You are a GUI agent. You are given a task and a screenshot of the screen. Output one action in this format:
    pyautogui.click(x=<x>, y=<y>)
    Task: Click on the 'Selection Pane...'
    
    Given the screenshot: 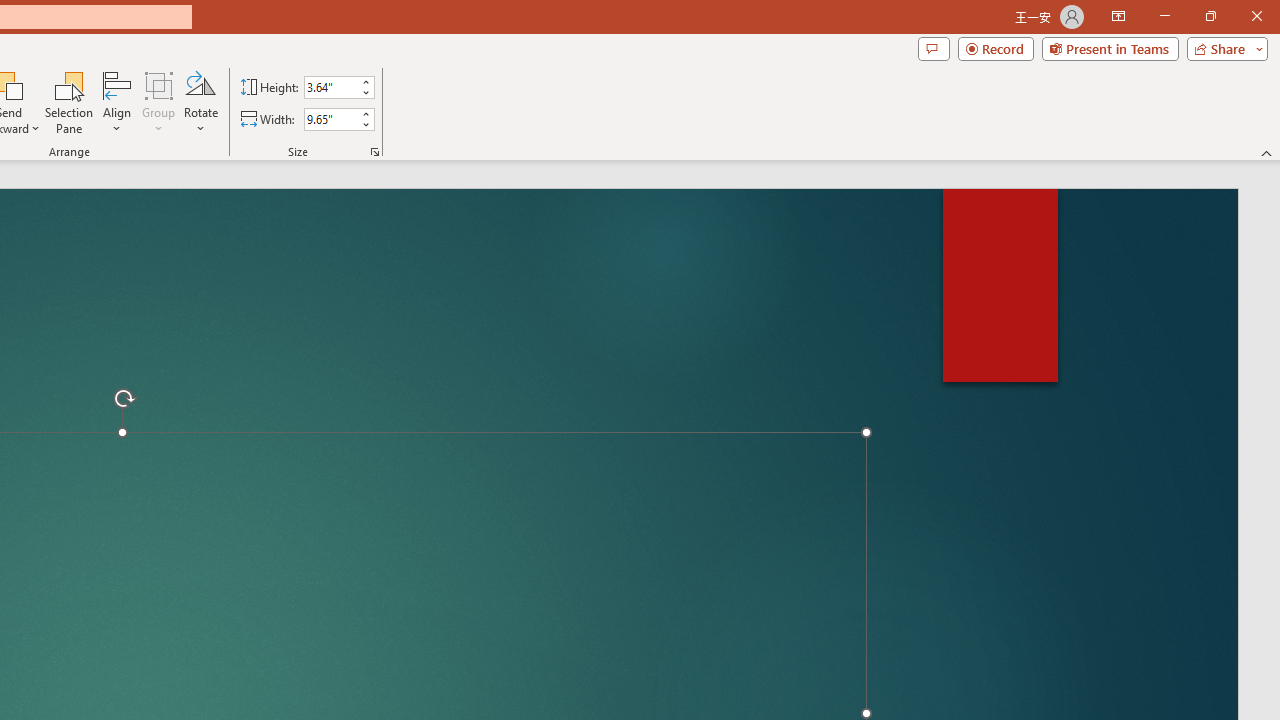 What is the action you would take?
    pyautogui.click(x=69, y=103)
    